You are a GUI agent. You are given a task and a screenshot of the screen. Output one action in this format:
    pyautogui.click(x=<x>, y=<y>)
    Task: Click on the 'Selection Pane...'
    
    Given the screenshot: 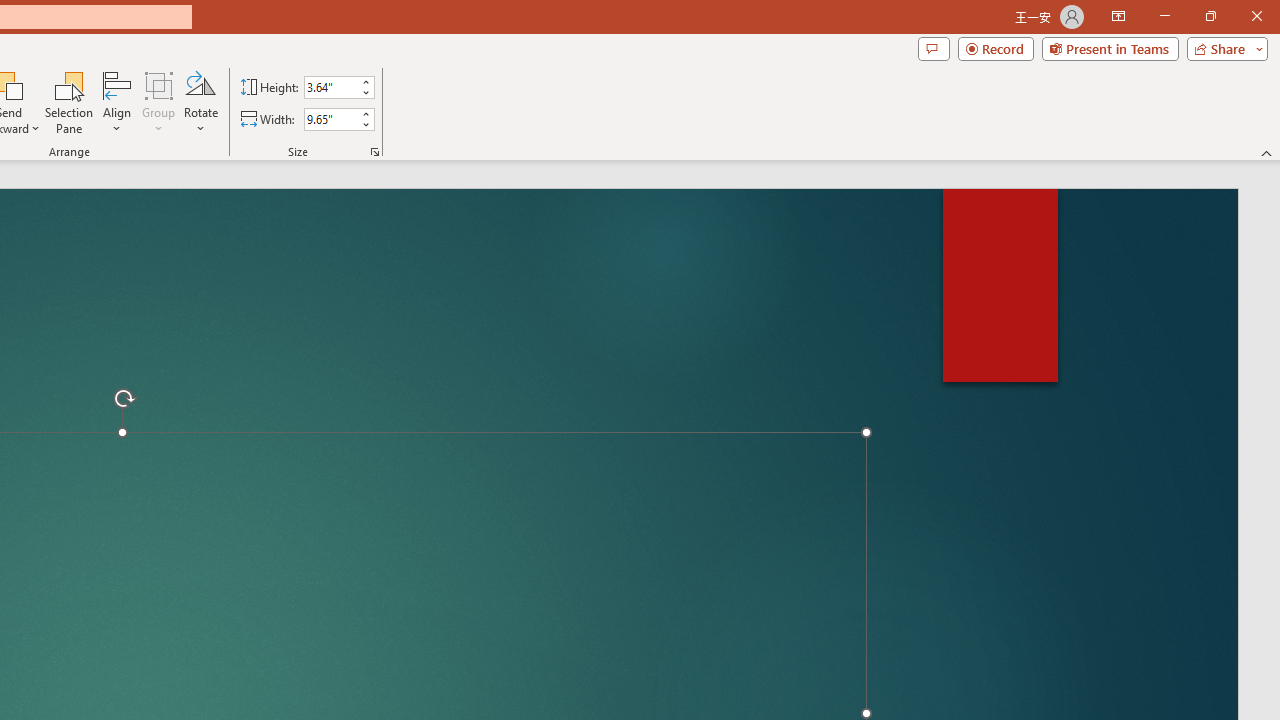 What is the action you would take?
    pyautogui.click(x=69, y=103)
    